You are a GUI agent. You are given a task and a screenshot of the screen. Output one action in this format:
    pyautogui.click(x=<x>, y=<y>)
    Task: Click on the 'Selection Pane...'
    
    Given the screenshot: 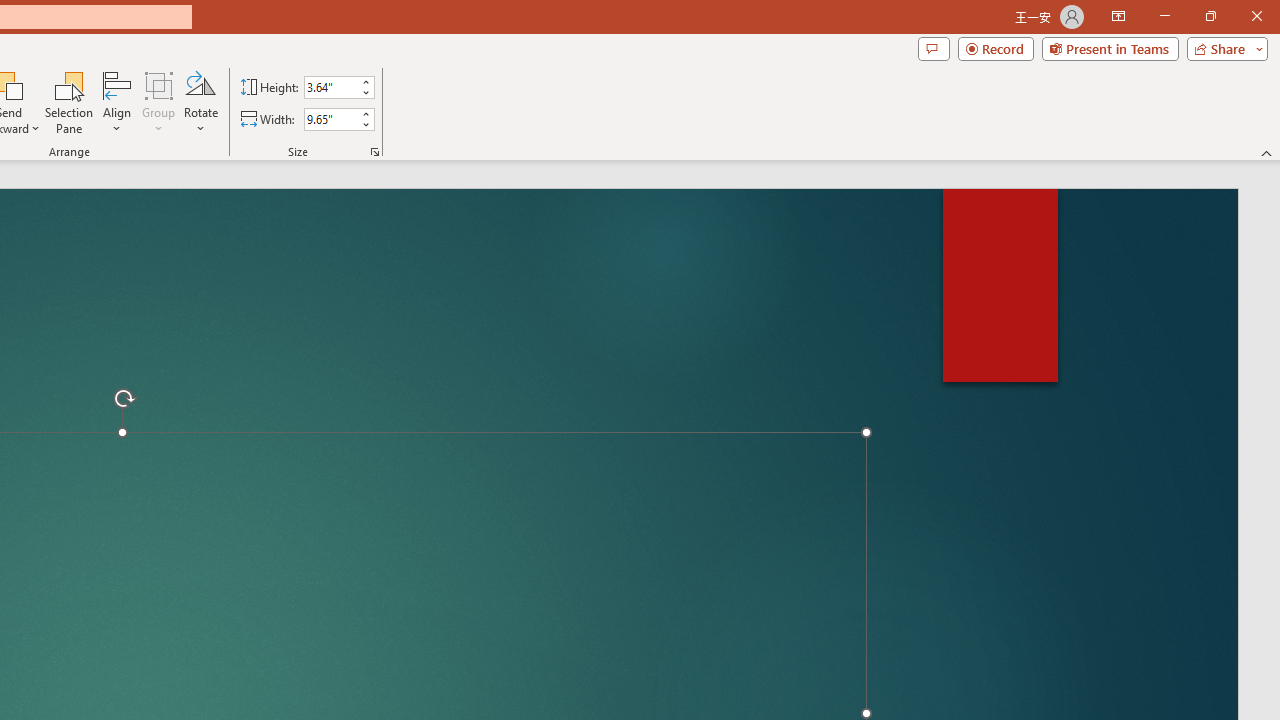 What is the action you would take?
    pyautogui.click(x=69, y=103)
    